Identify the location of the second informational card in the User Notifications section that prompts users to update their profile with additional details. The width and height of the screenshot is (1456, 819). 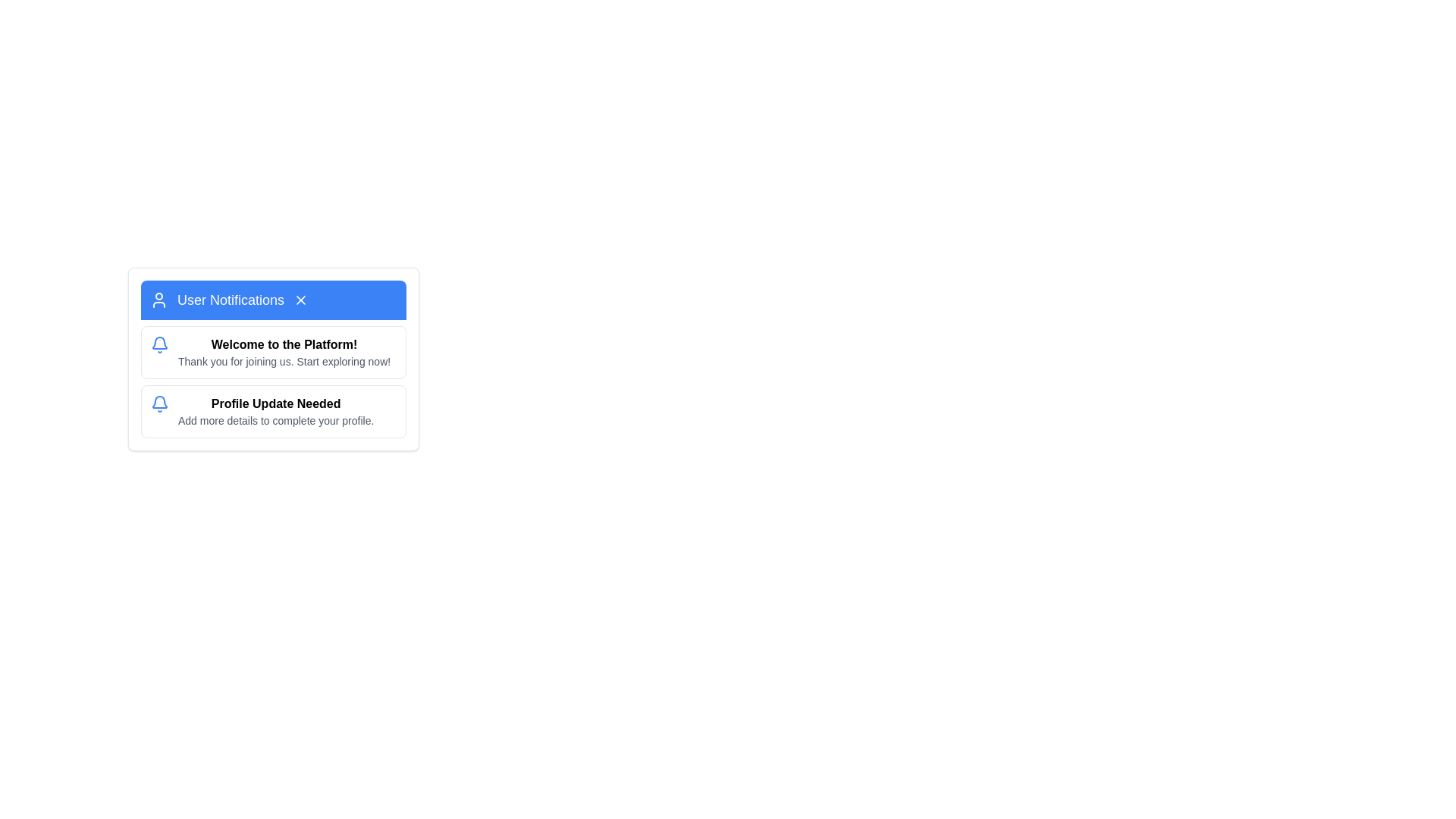
(273, 412).